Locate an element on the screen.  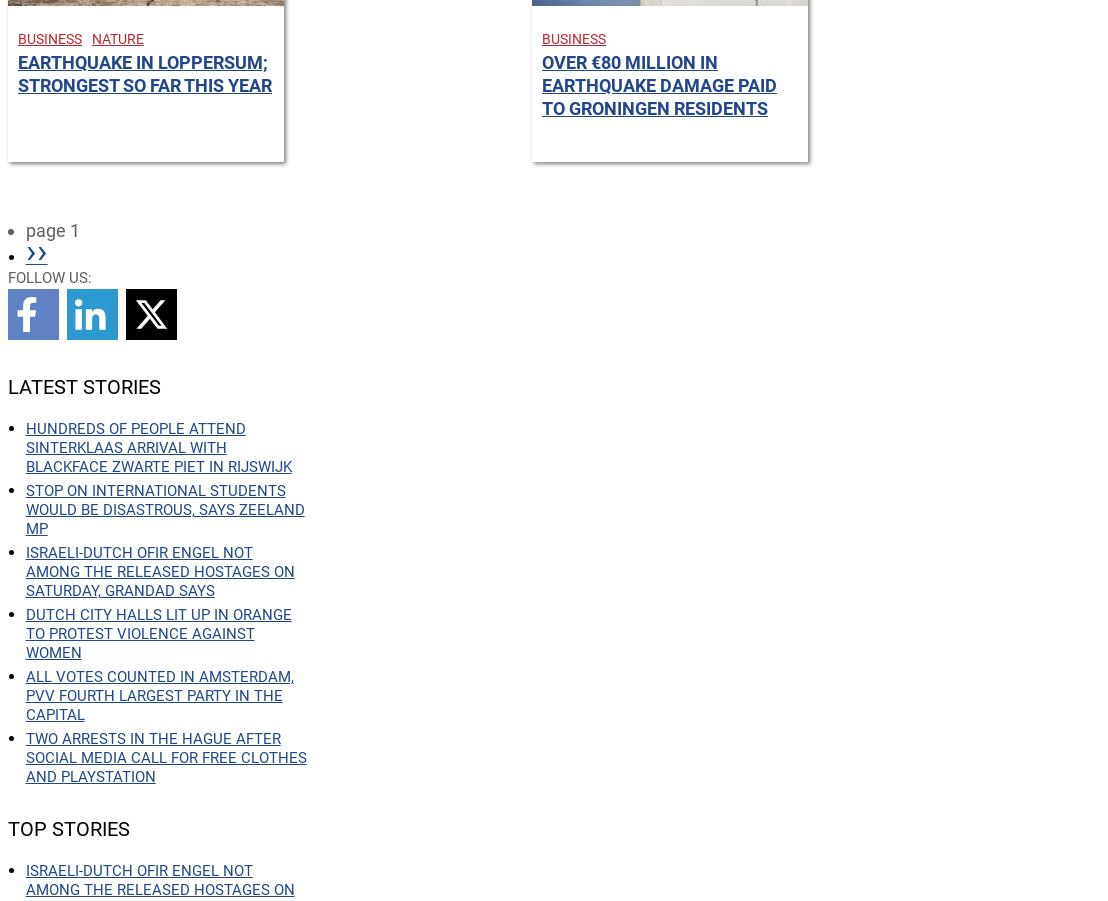
'Over €80 million in earthquake damage paid to Groningen residents' is located at coordinates (659, 83).